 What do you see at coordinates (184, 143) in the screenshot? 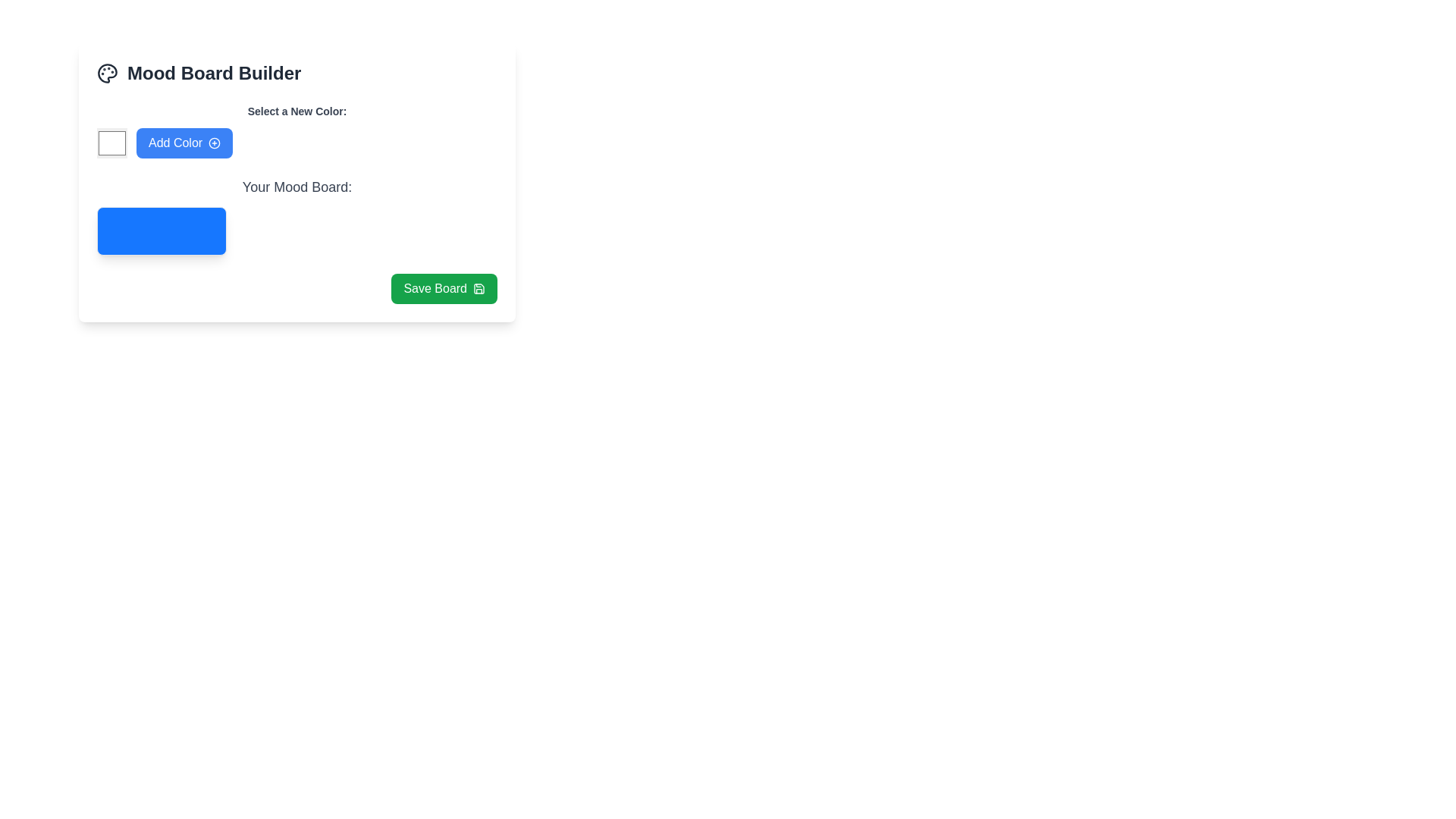
I see `the blue button labeled 'Add Color' with white text and a plus icon, which is positioned` at bounding box center [184, 143].